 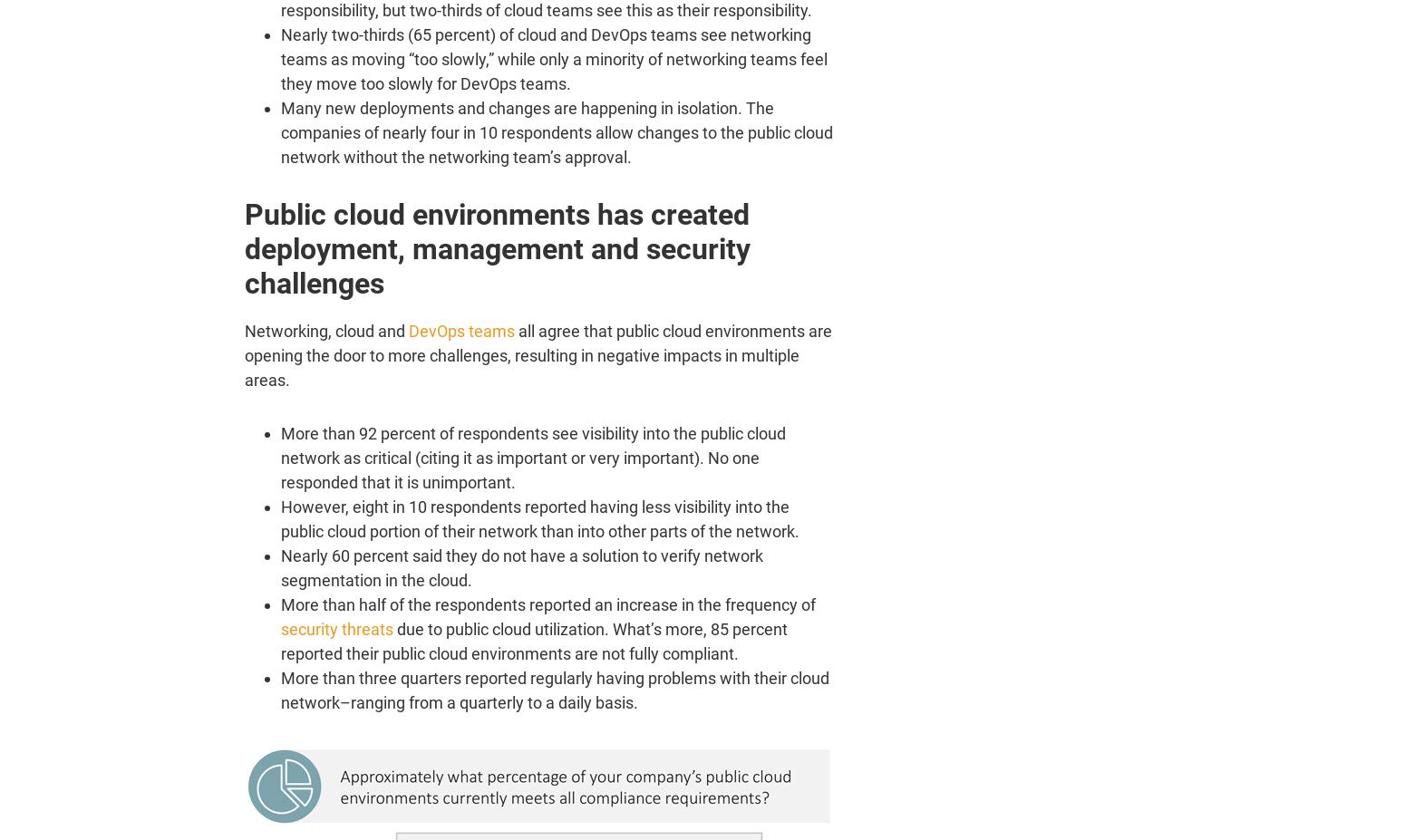 I want to click on 'security threats', so click(x=336, y=628).